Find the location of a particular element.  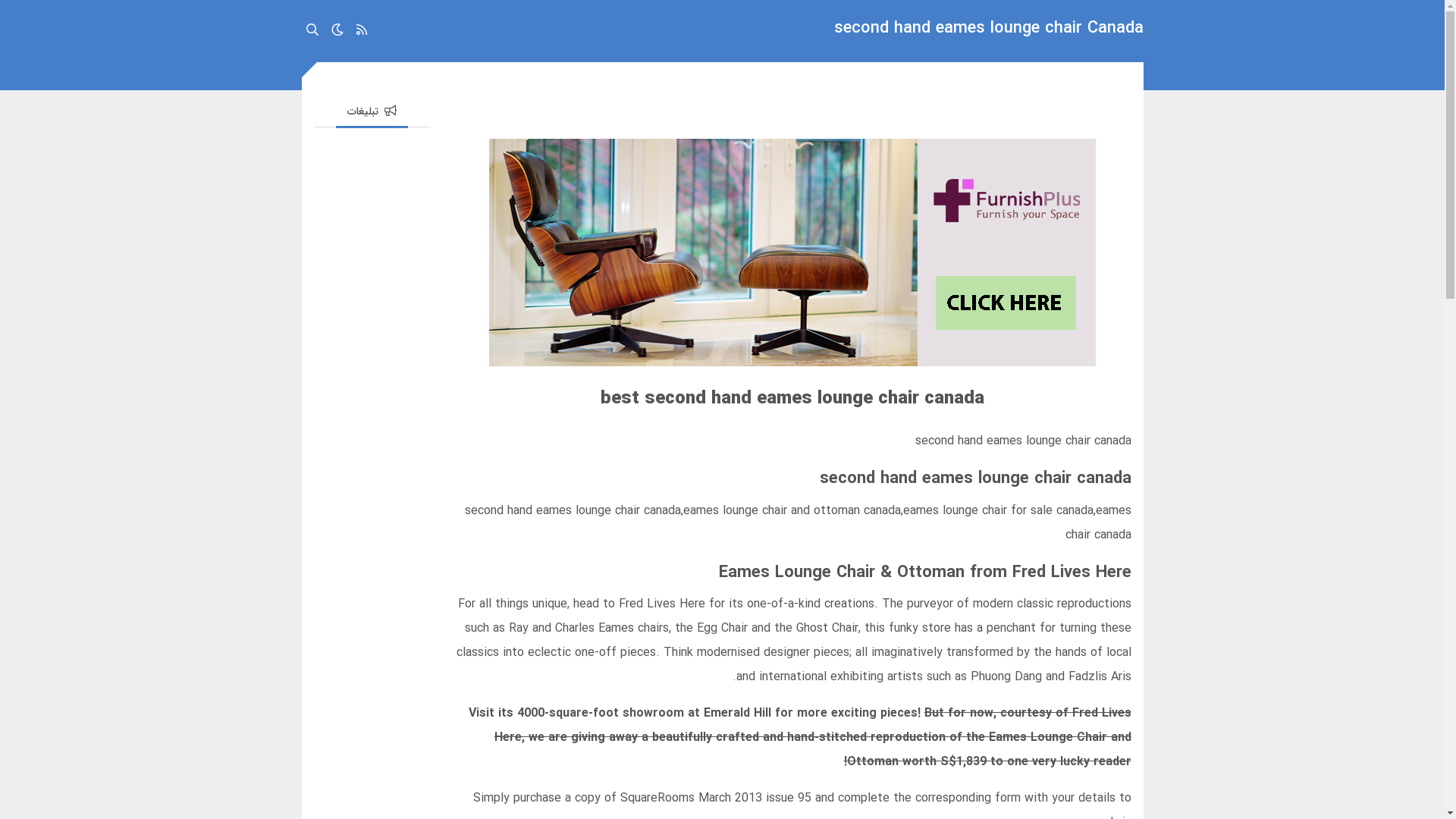

'second hand eames lounge chair Canada' is located at coordinates (989, 31).